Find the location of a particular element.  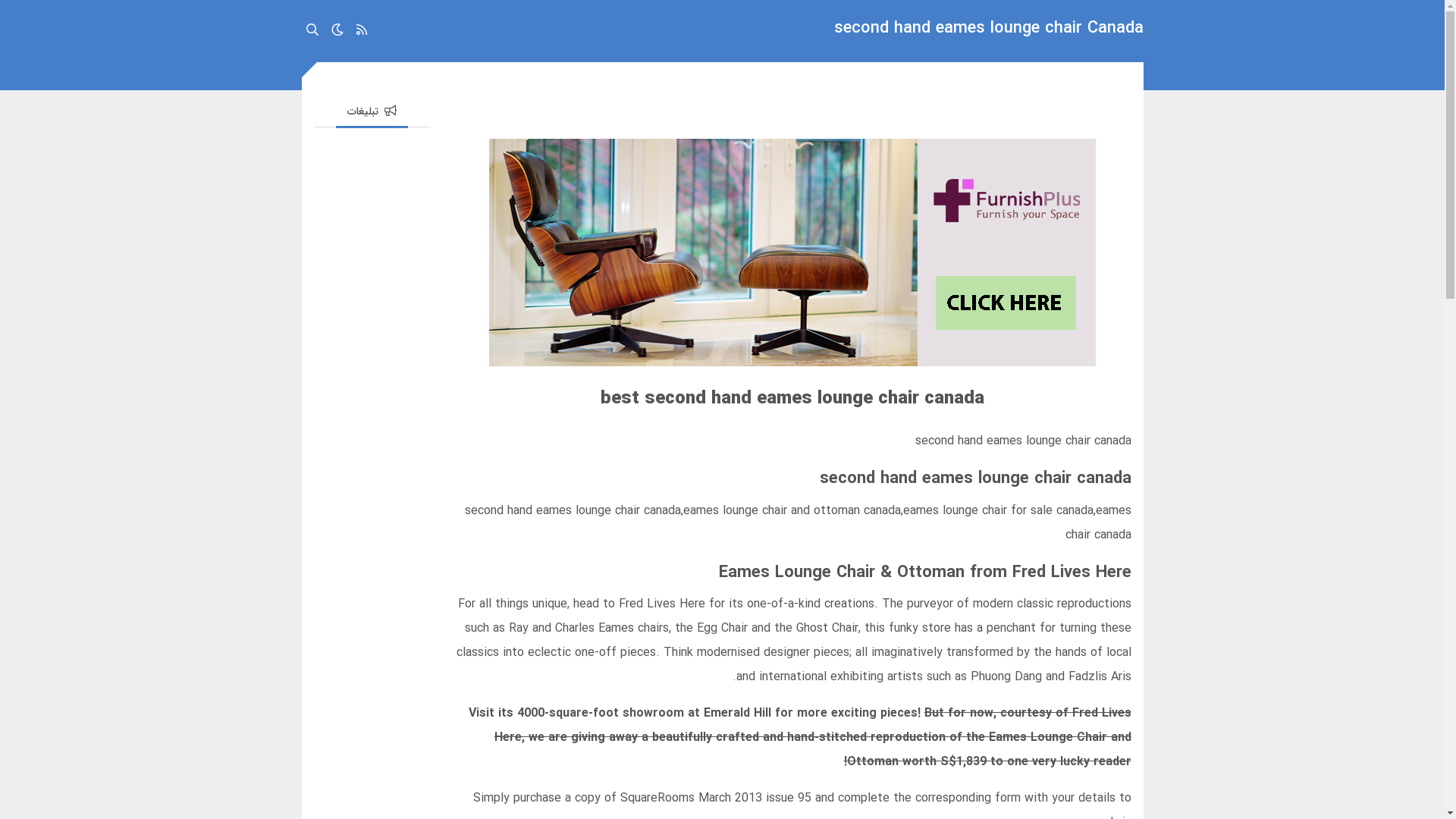

'second hand eames lounge chair Canada' is located at coordinates (989, 31).